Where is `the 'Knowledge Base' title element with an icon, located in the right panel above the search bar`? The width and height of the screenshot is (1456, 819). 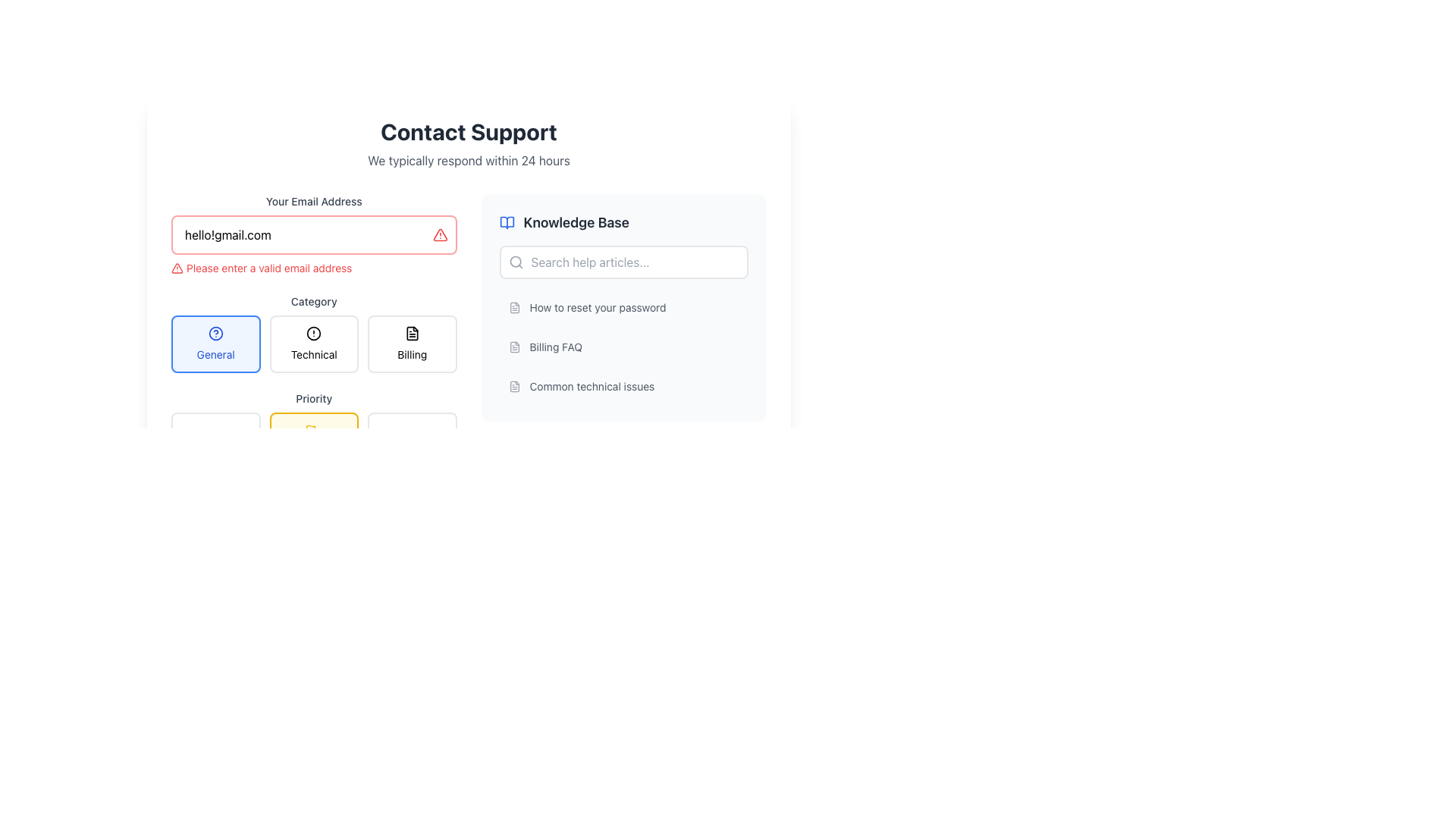 the 'Knowledge Base' title element with an icon, located in the right panel above the search bar is located at coordinates (623, 222).